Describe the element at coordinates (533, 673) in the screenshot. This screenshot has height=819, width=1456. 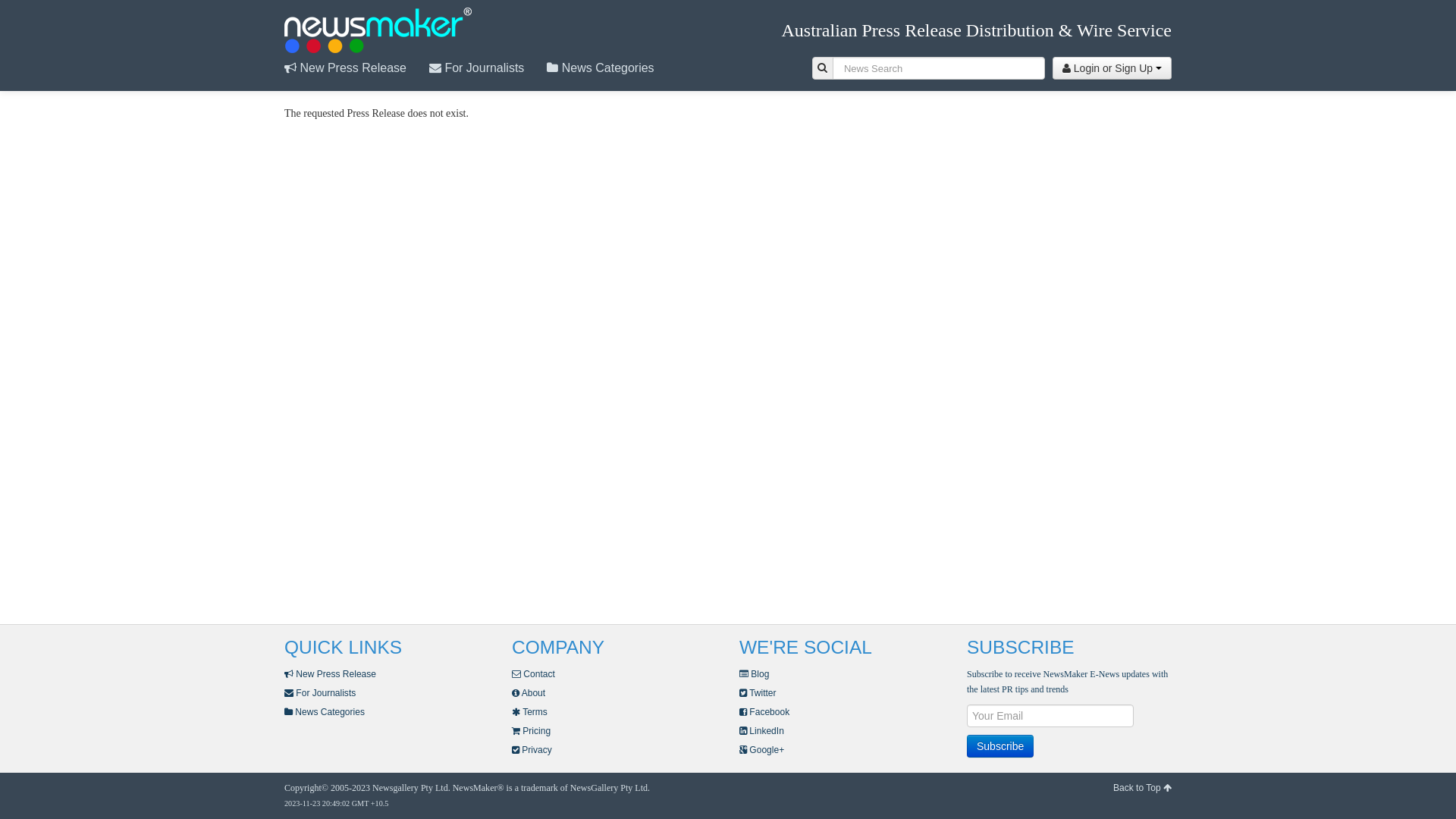
I see `'Contact'` at that location.